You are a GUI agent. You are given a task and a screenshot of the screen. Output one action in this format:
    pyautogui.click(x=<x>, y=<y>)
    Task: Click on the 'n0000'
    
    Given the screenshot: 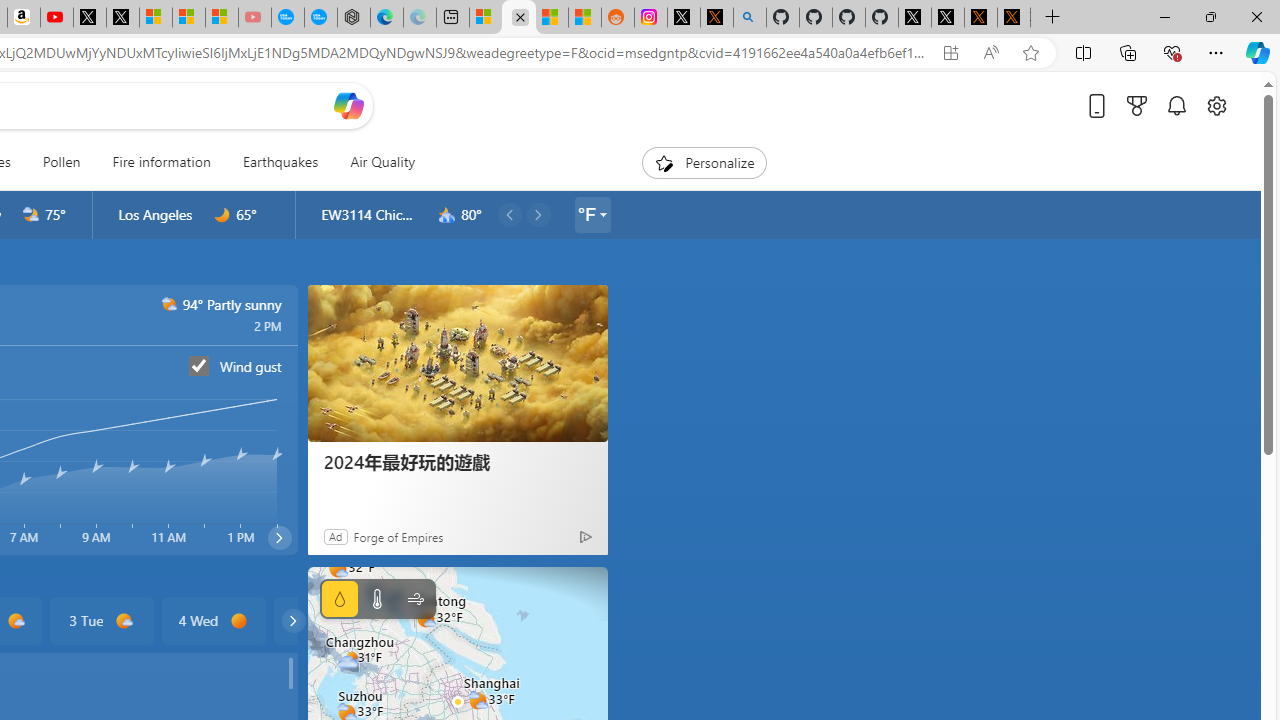 What is the action you would take?
    pyautogui.click(x=222, y=215)
    